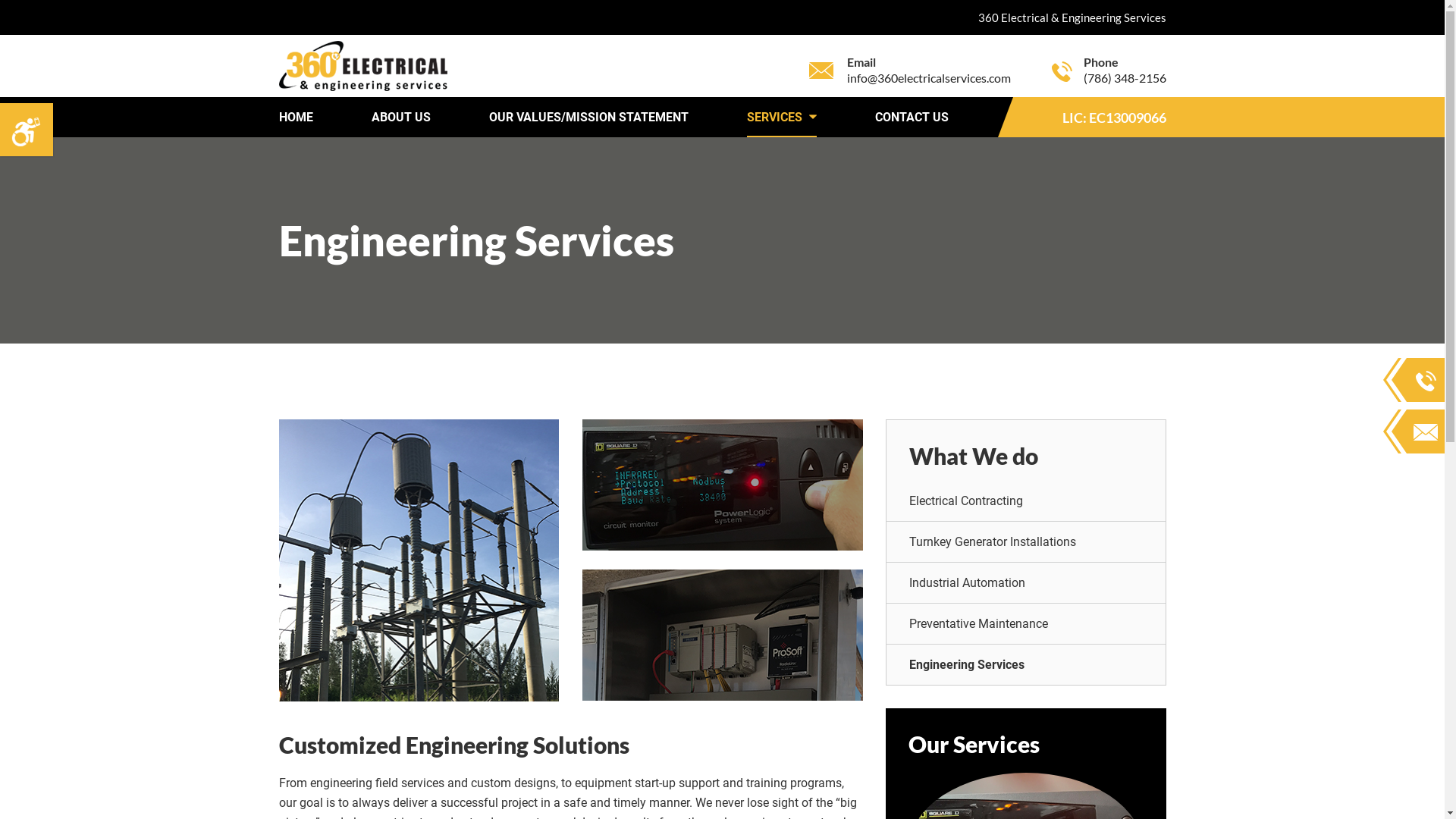 This screenshot has height=819, width=1456. I want to click on 'Preventative Maintenance', so click(1025, 623).